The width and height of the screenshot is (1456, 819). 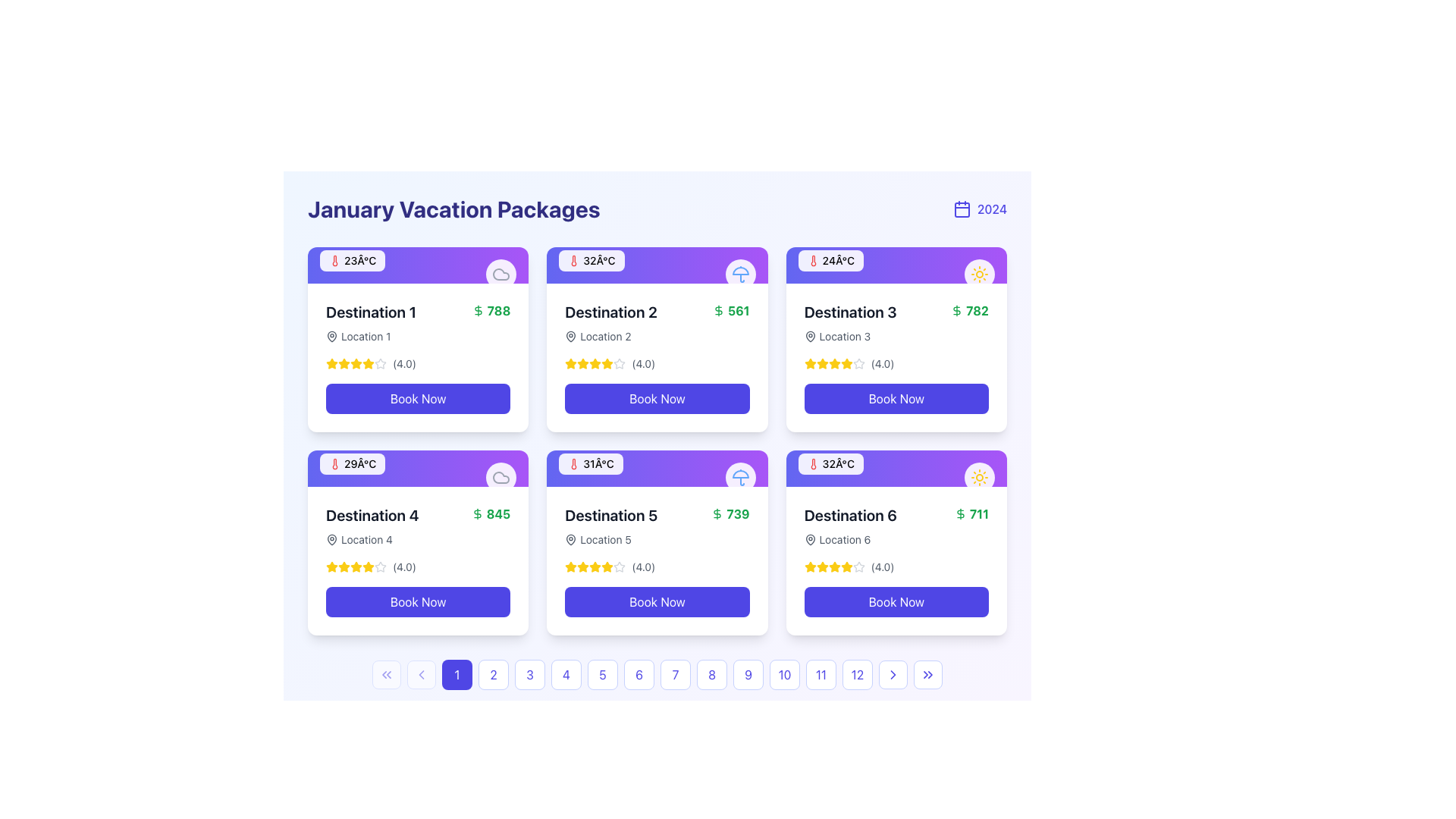 What do you see at coordinates (570, 567) in the screenshot?
I see `the yellow star icon representing a rating score of 4.0, which is the first star in a series of rating icons aligned with the 'Destination 5' card` at bounding box center [570, 567].